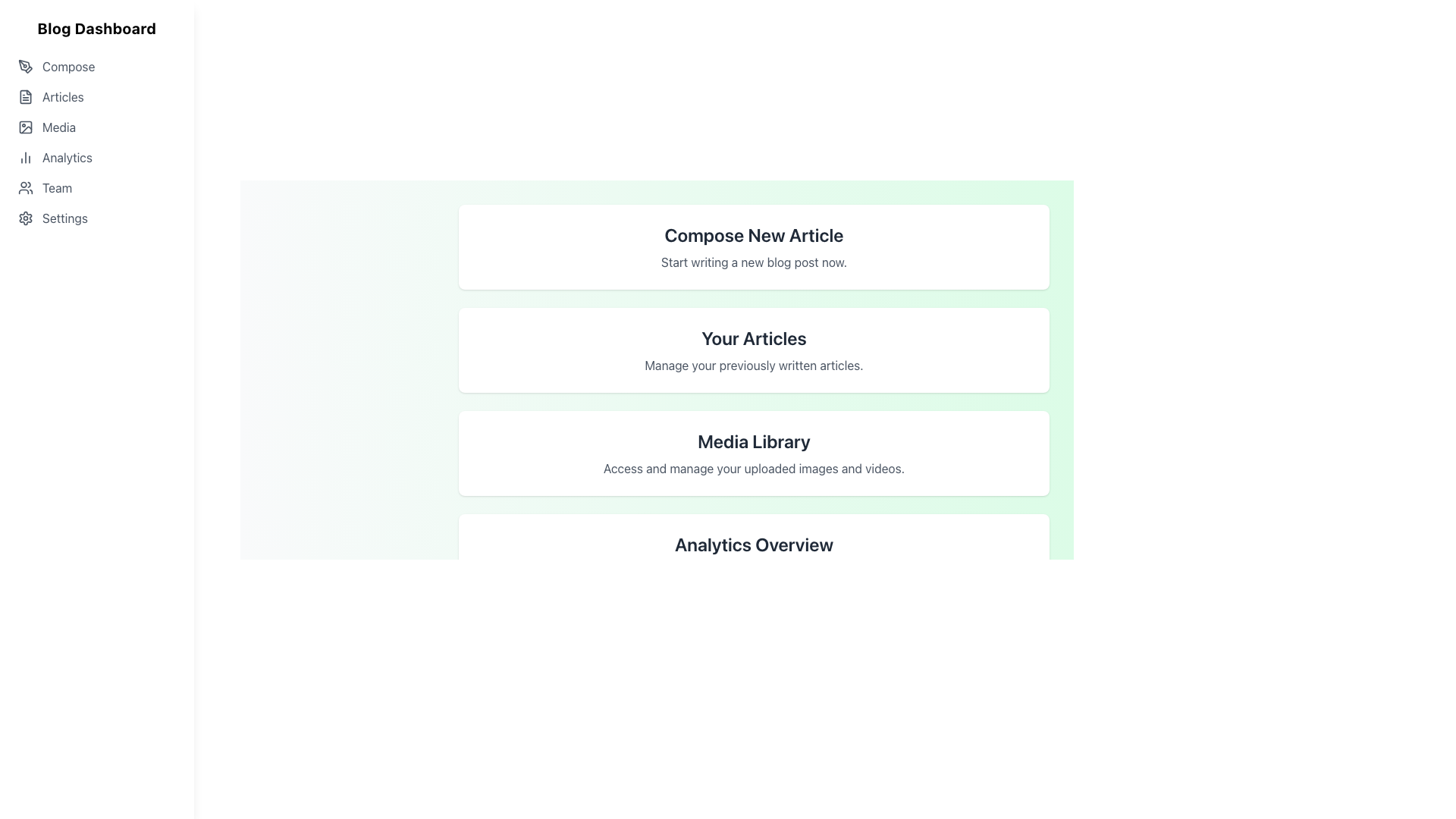 This screenshot has height=819, width=1456. Describe the element at coordinates (754, 441) in the screenshot. I see `the title text located at the center top of the white card labeled 'Media', which helps users identify the section's purpose` at that location.